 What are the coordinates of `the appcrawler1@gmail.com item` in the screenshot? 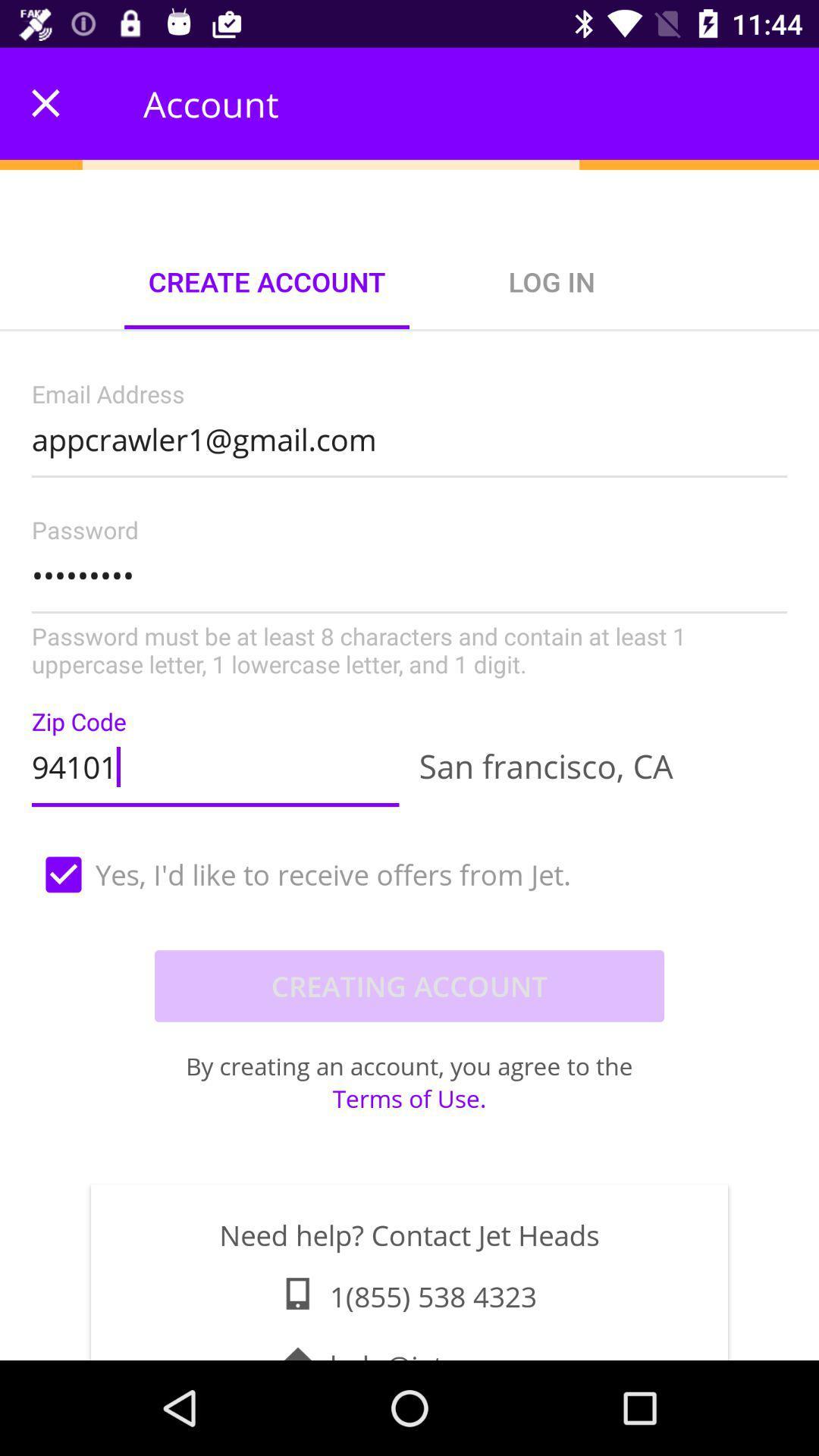 It's located at (409, 435).